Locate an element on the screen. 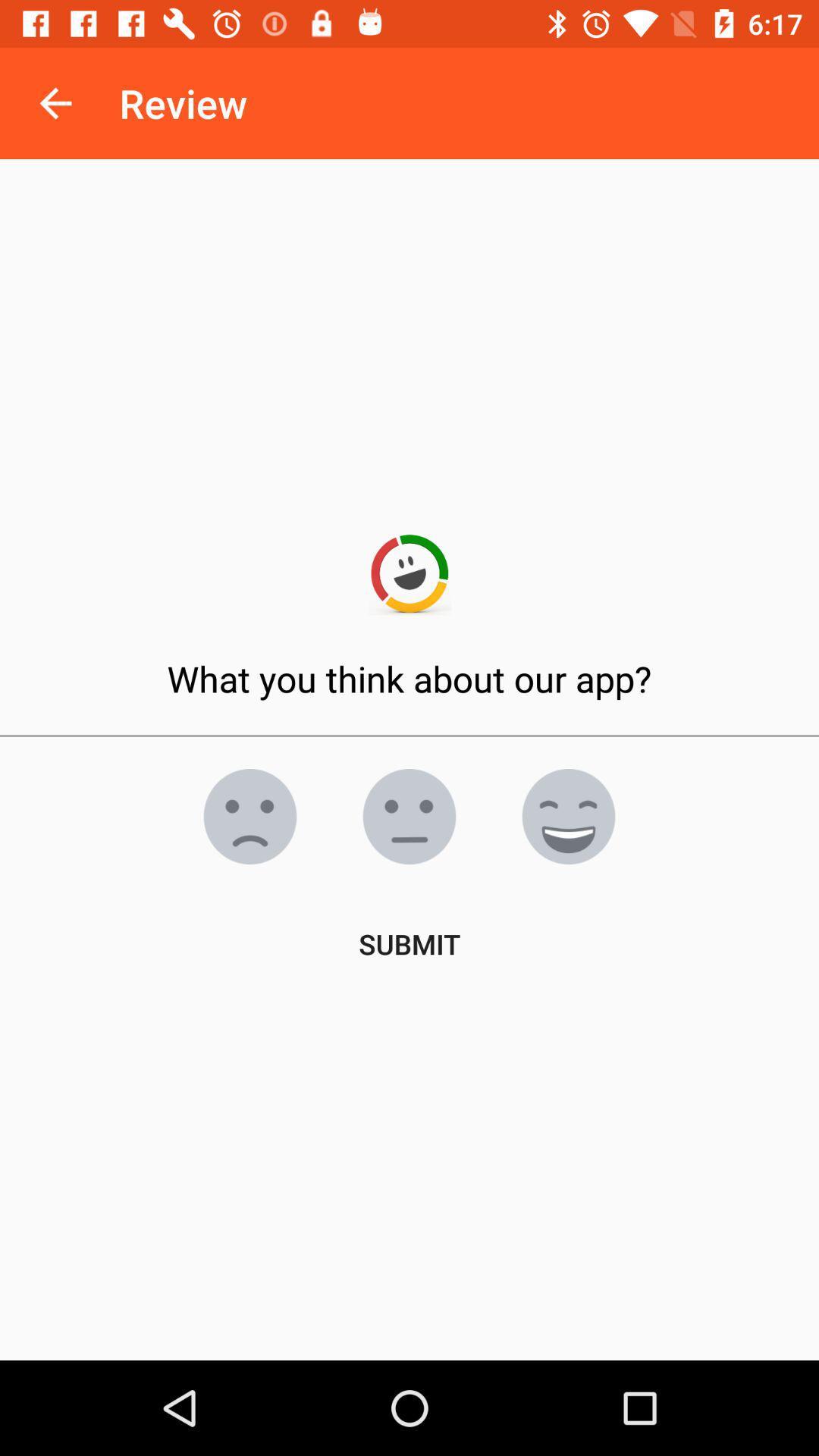 The height and width of the screenshot is (1456, 819). the emoji icon is located at coordinates (568, 815).